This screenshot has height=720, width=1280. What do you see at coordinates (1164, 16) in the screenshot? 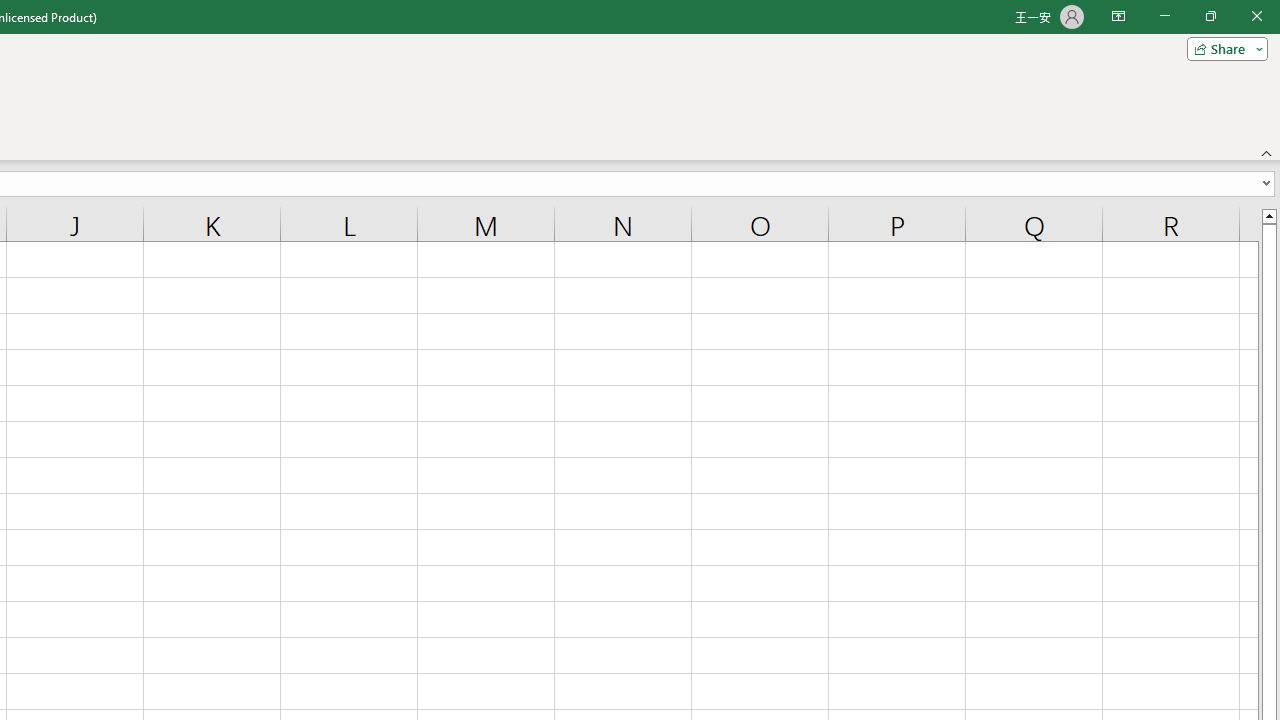
I see `'Minimize'` at bounding box center [1164, 16].